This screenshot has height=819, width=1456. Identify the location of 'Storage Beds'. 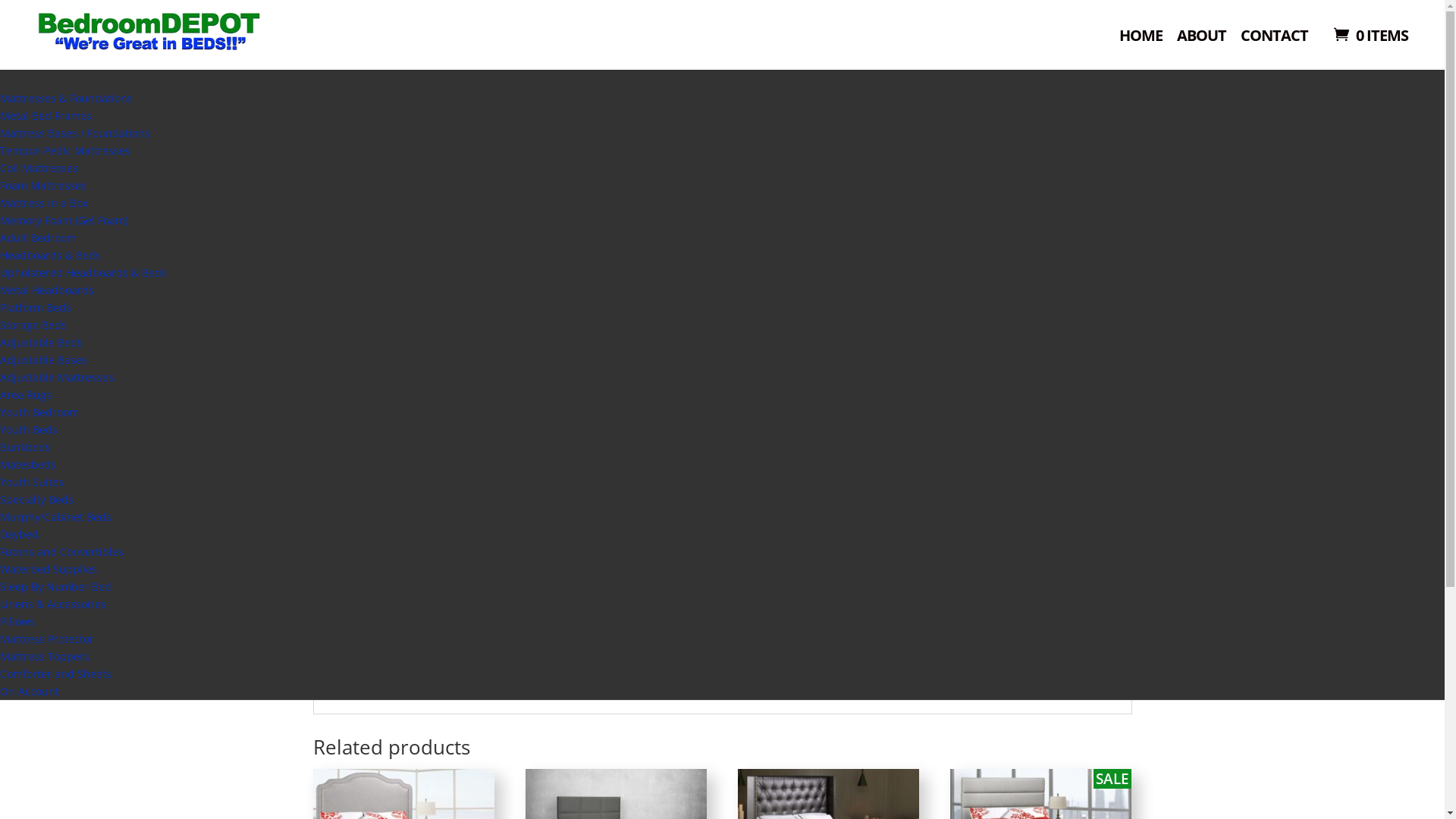
(0, 324).